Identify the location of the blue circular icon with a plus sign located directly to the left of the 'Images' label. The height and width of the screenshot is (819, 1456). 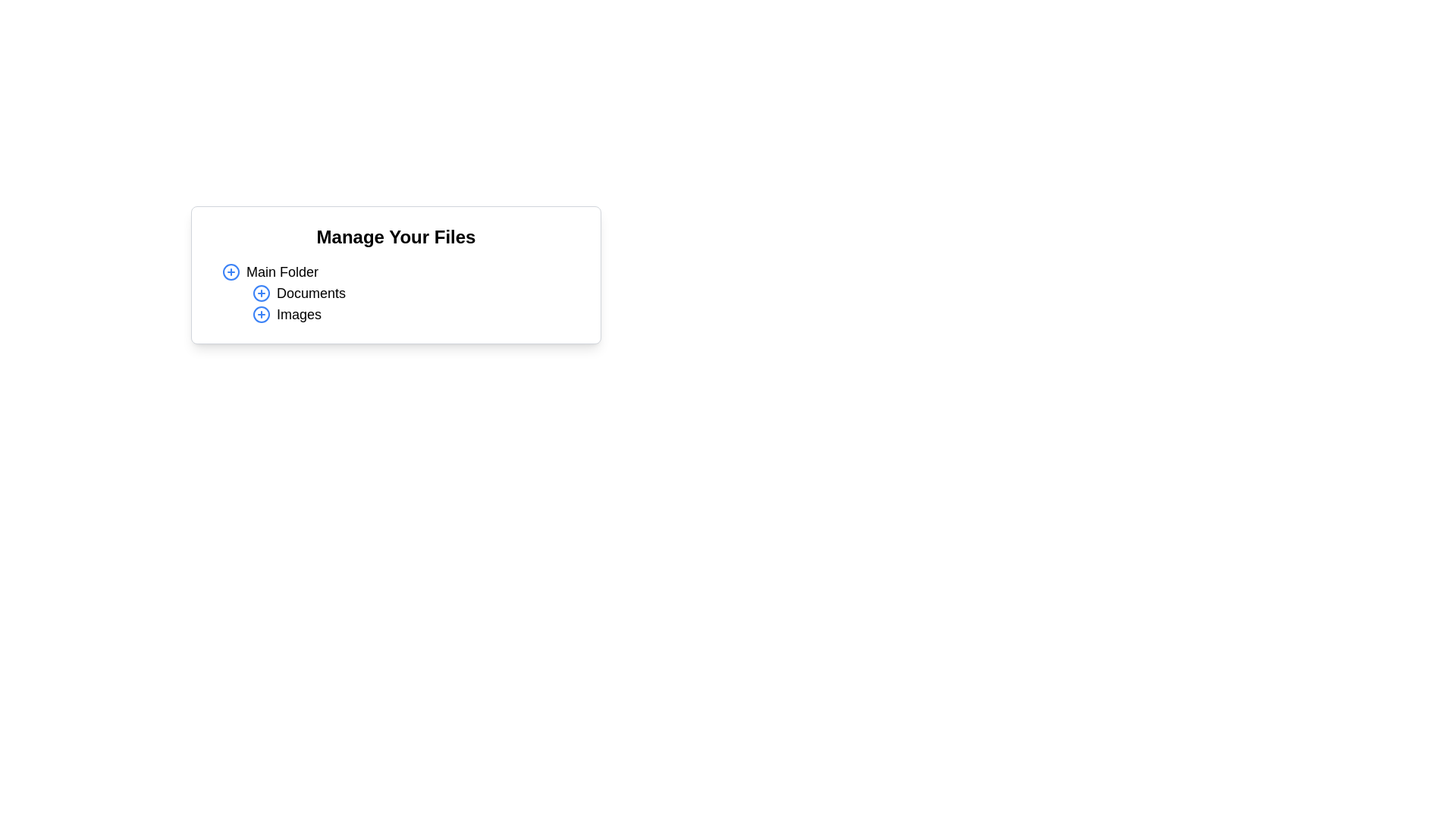
(262, 314).